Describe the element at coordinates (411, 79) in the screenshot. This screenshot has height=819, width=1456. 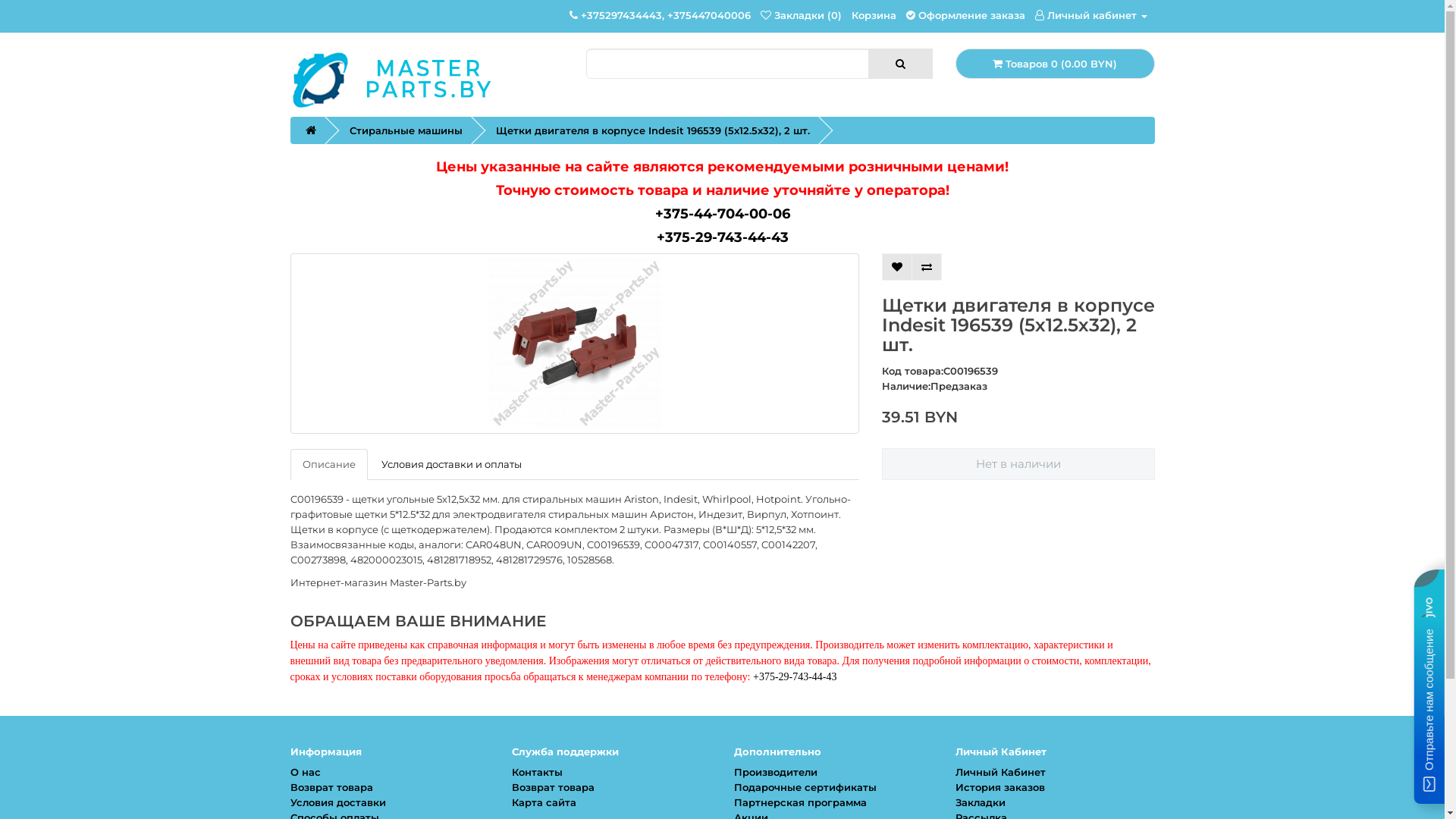
I see `'Master-Parts.by'` at that location.